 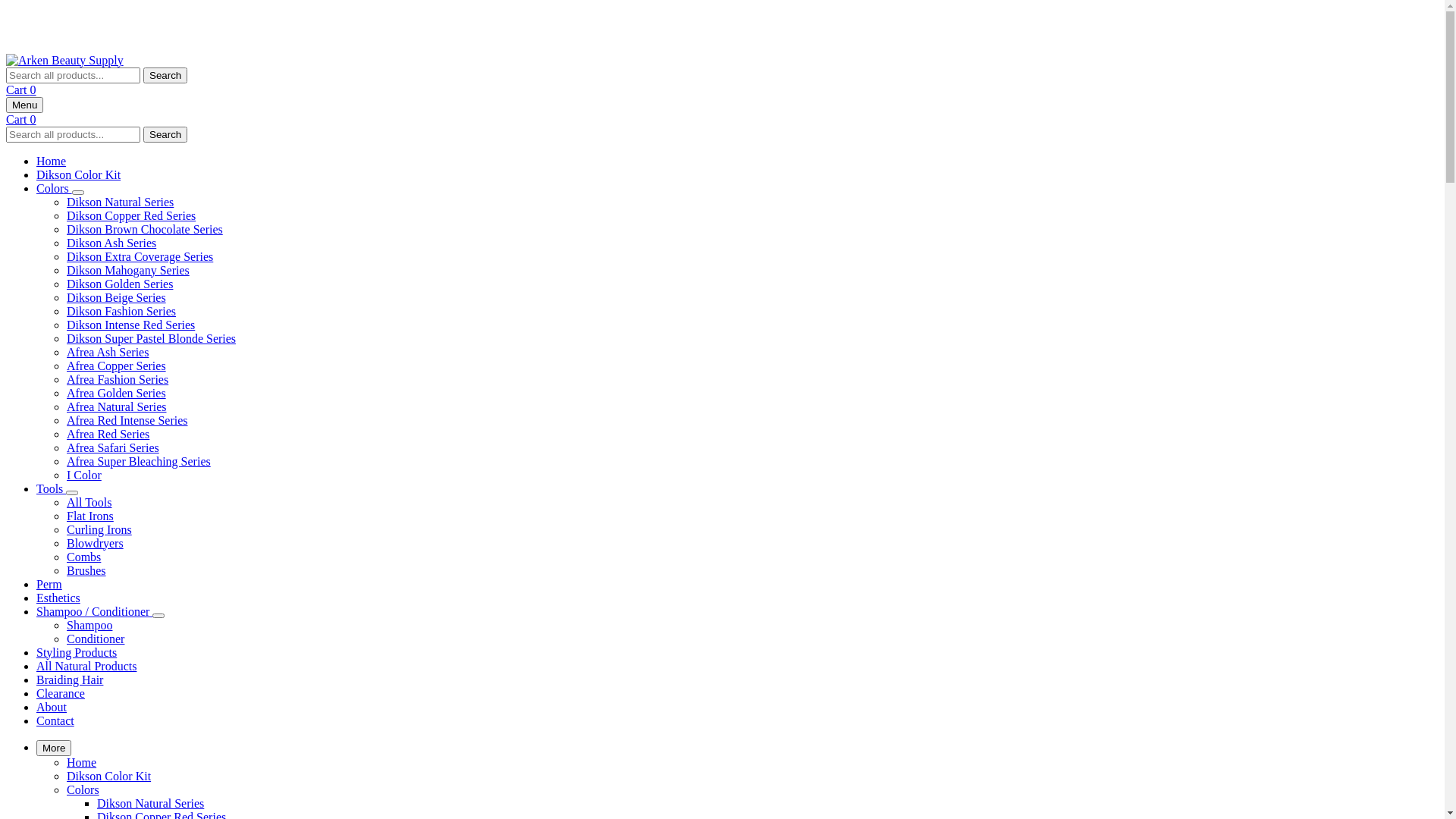 I want to click on 'Dikson Intense Red Series', so click(x=130, y=324).